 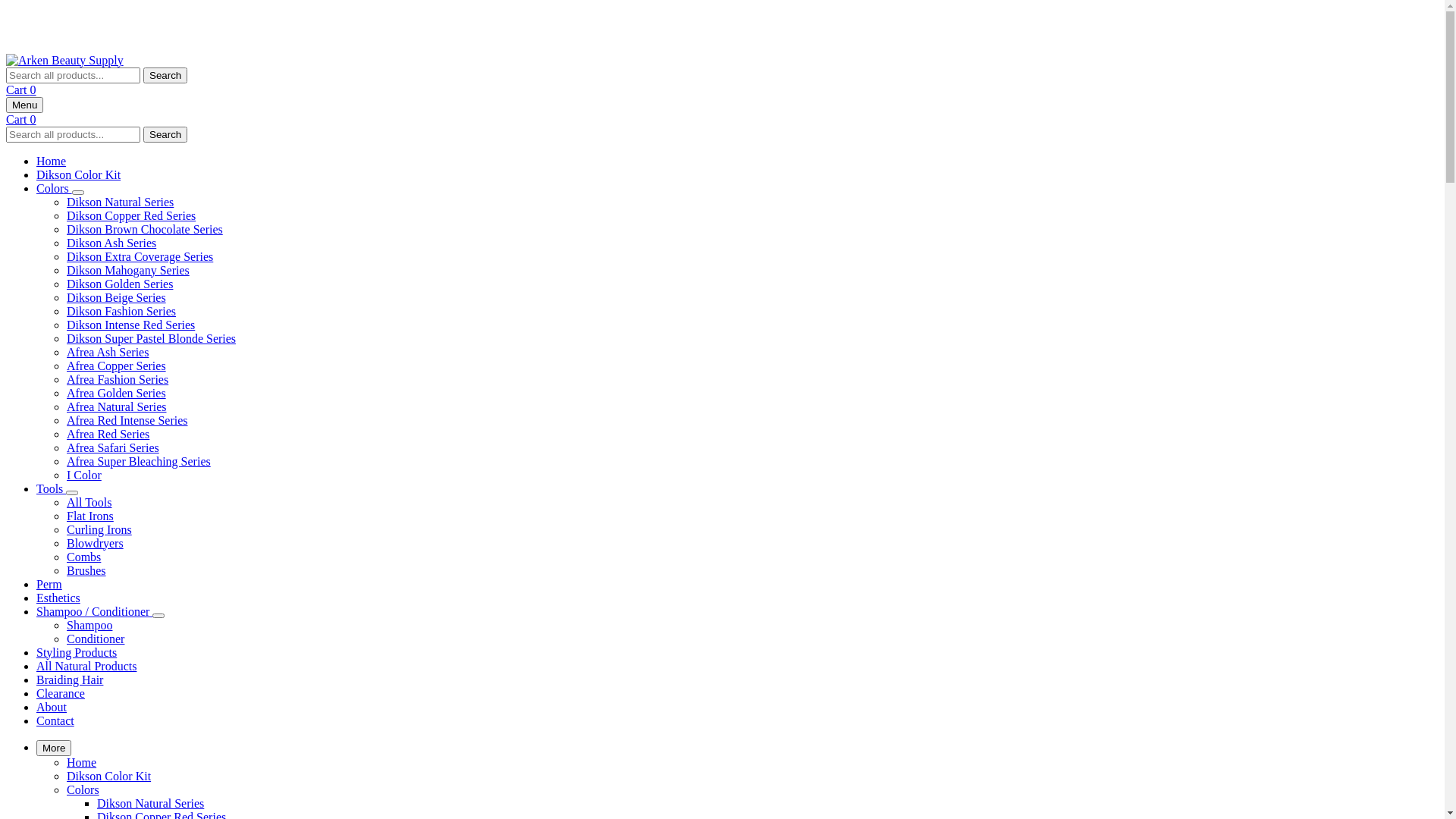 I want to click on 'Dikson Intense Red Series', so click(x=130, y=324).